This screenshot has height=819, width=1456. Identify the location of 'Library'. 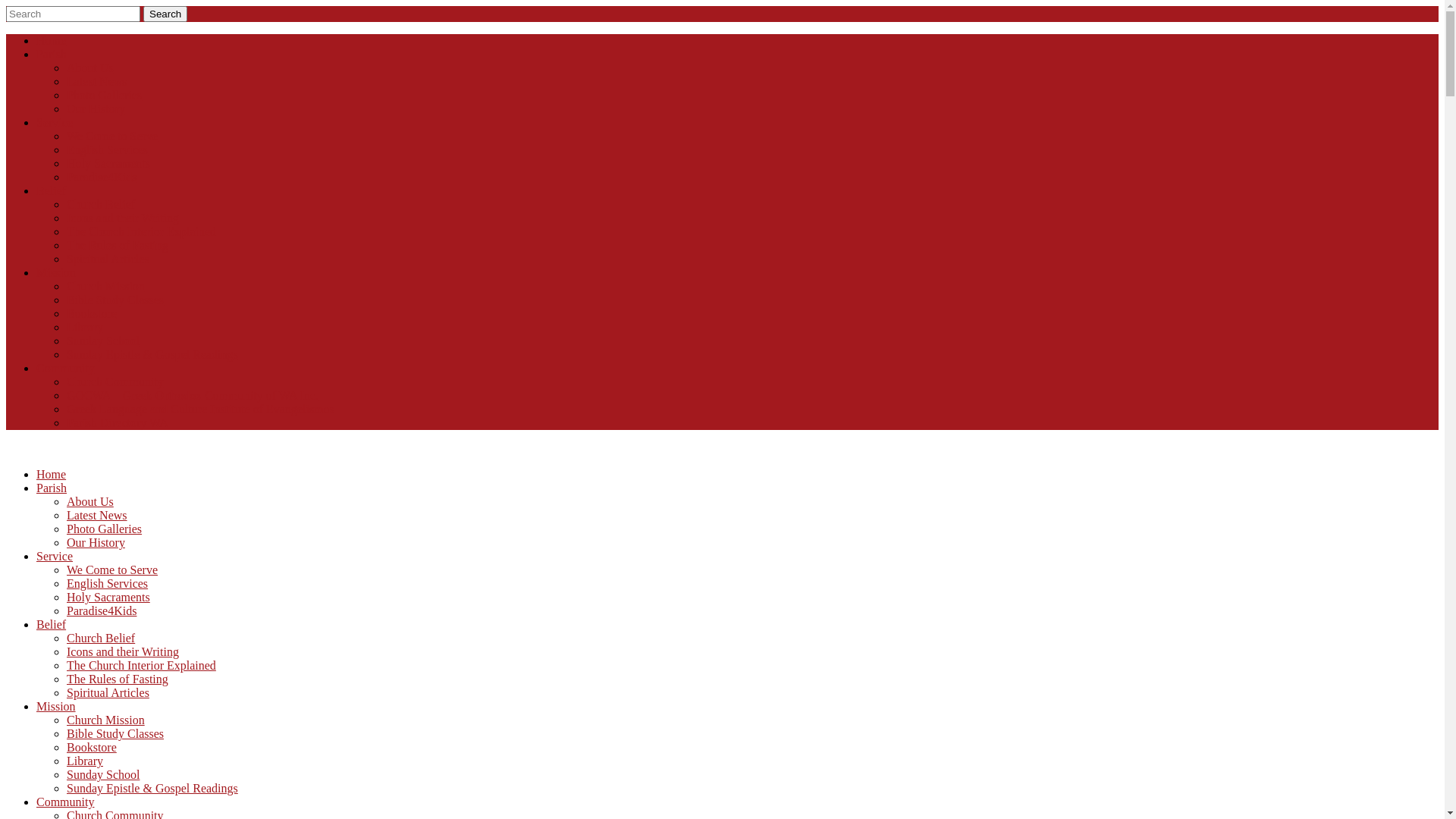
(65, 761).